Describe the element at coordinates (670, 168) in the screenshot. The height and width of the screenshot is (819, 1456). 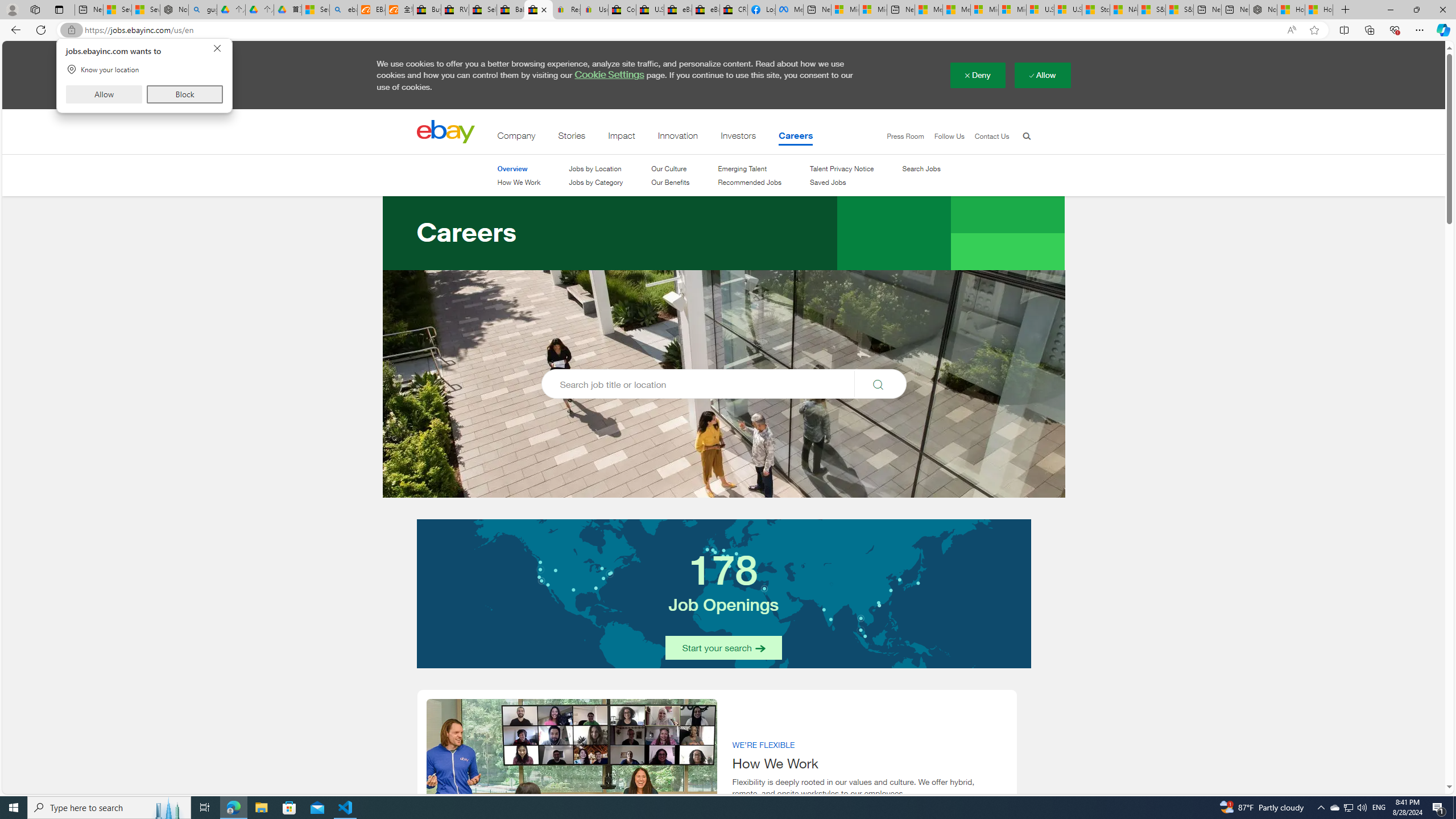
I see `'Our Culture'` at that location.